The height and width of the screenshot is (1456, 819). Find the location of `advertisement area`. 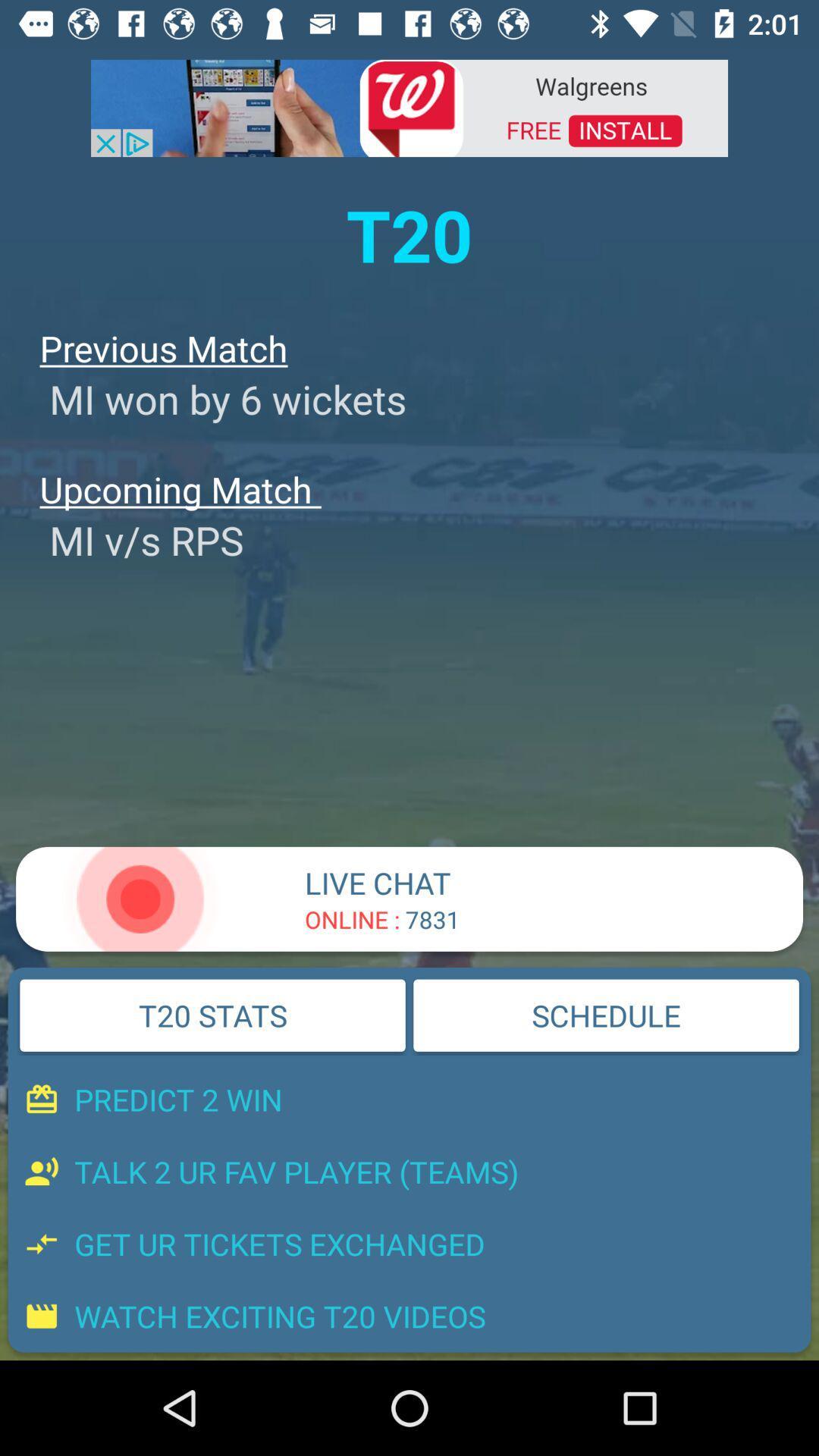

advertisement area is located at coordinates (409, 106).